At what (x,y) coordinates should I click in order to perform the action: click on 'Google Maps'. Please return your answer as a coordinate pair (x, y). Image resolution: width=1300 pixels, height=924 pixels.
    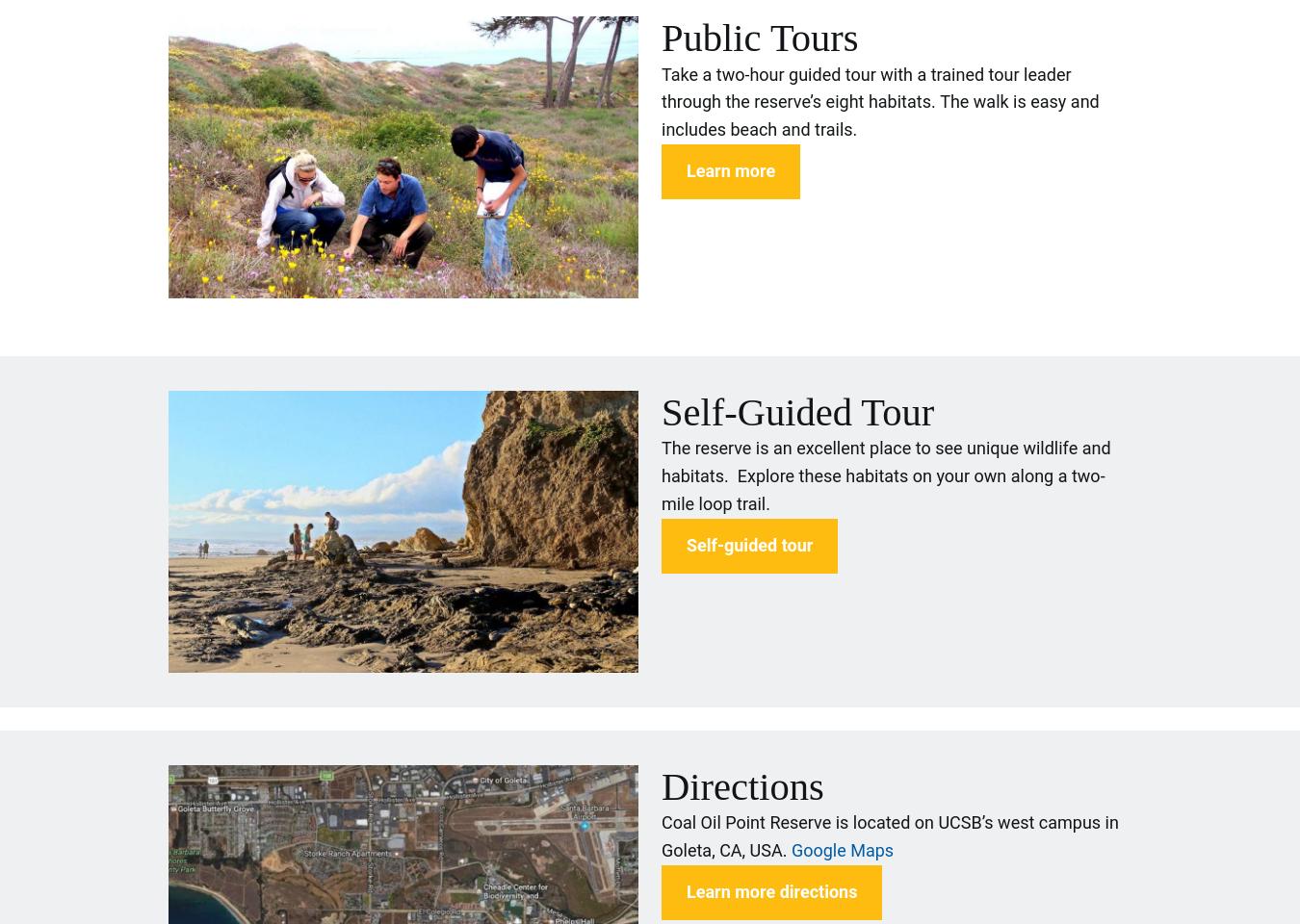
    Looking at the image, I should click on (842, 848).